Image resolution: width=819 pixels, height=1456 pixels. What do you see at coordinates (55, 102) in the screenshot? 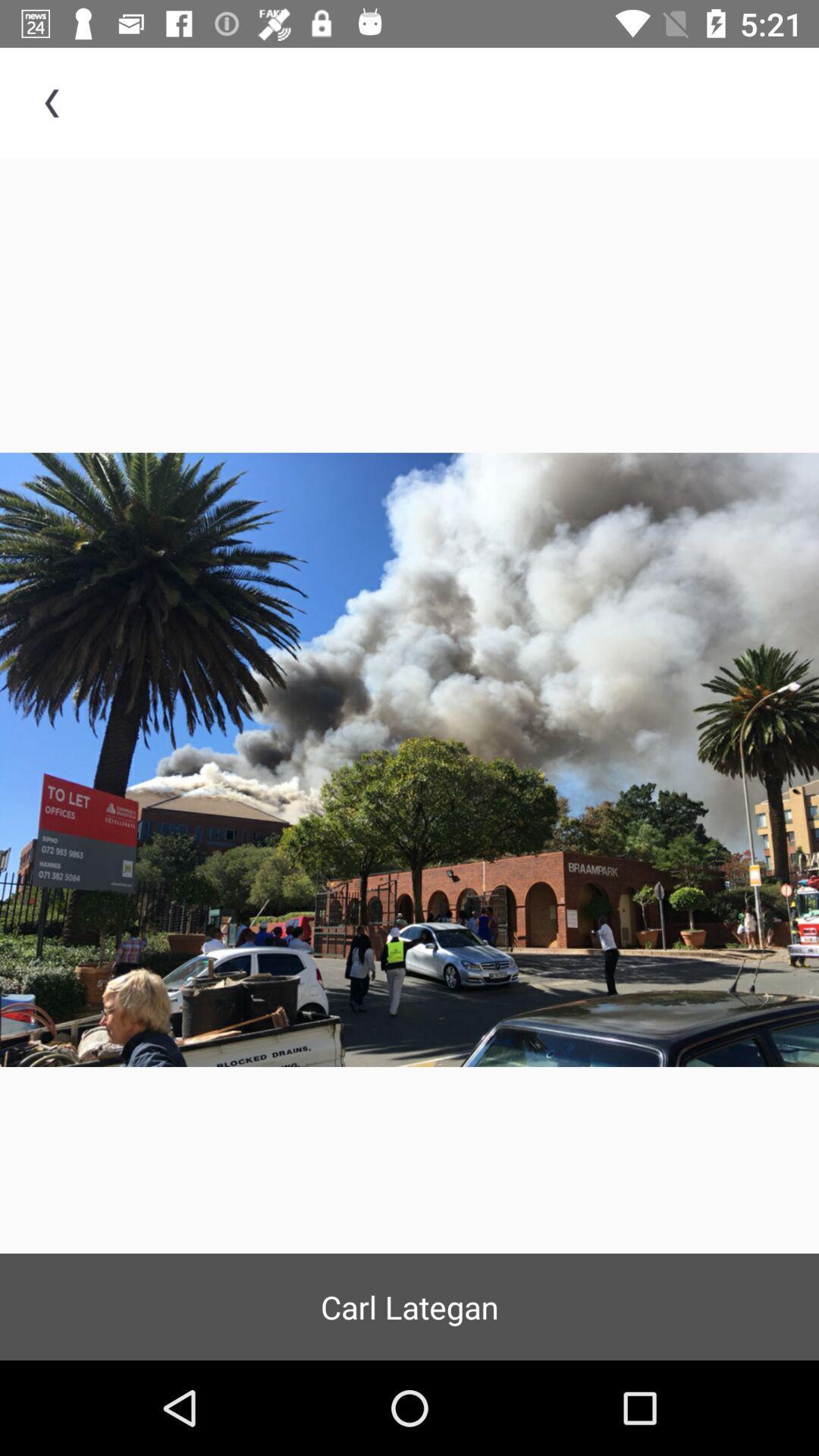
I see `the icon at the top left corner` at bounding box center [55, 102].